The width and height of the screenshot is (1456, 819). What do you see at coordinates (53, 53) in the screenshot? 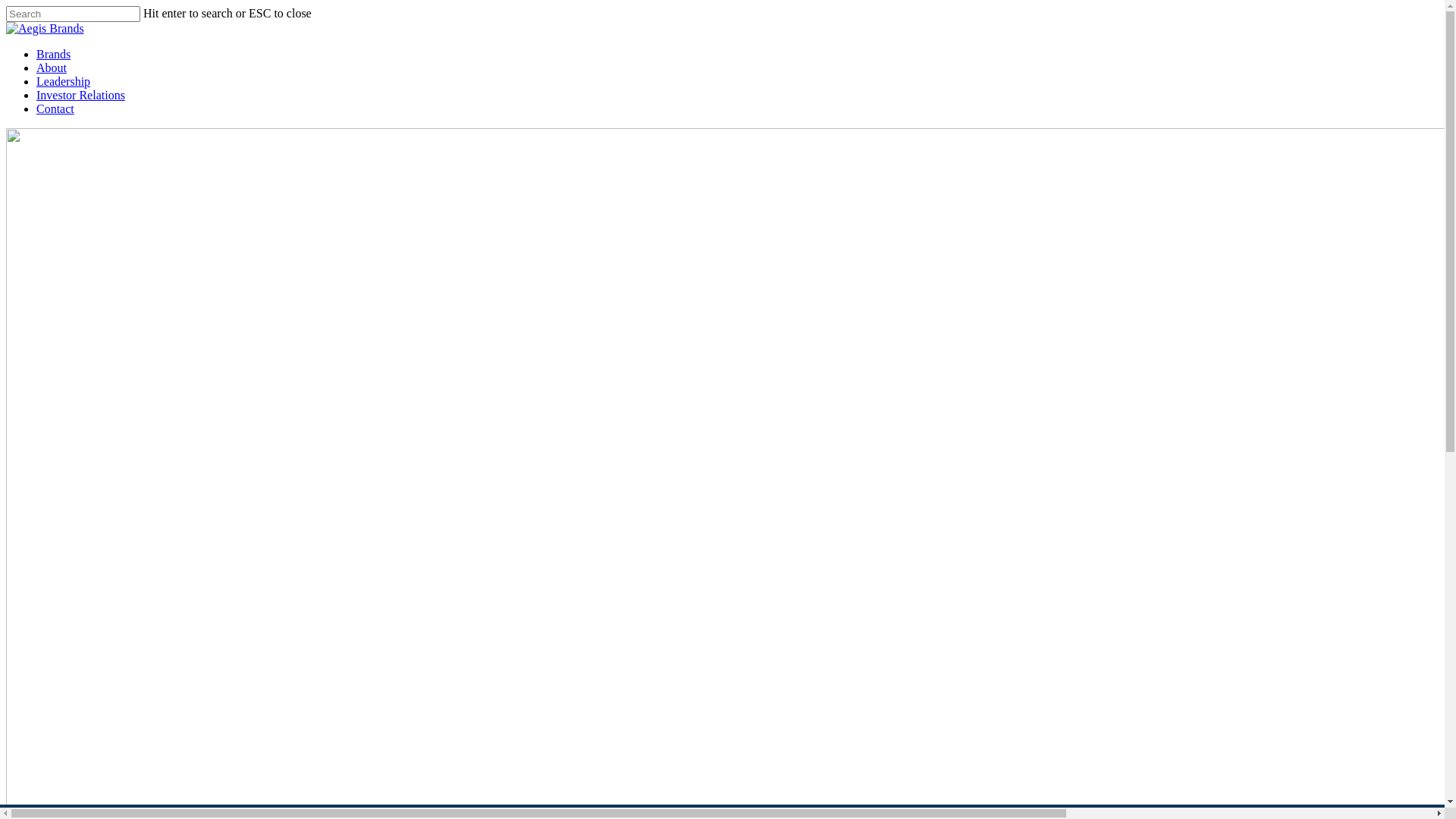
I see `'Brands'` at bounding box center [53, 53].